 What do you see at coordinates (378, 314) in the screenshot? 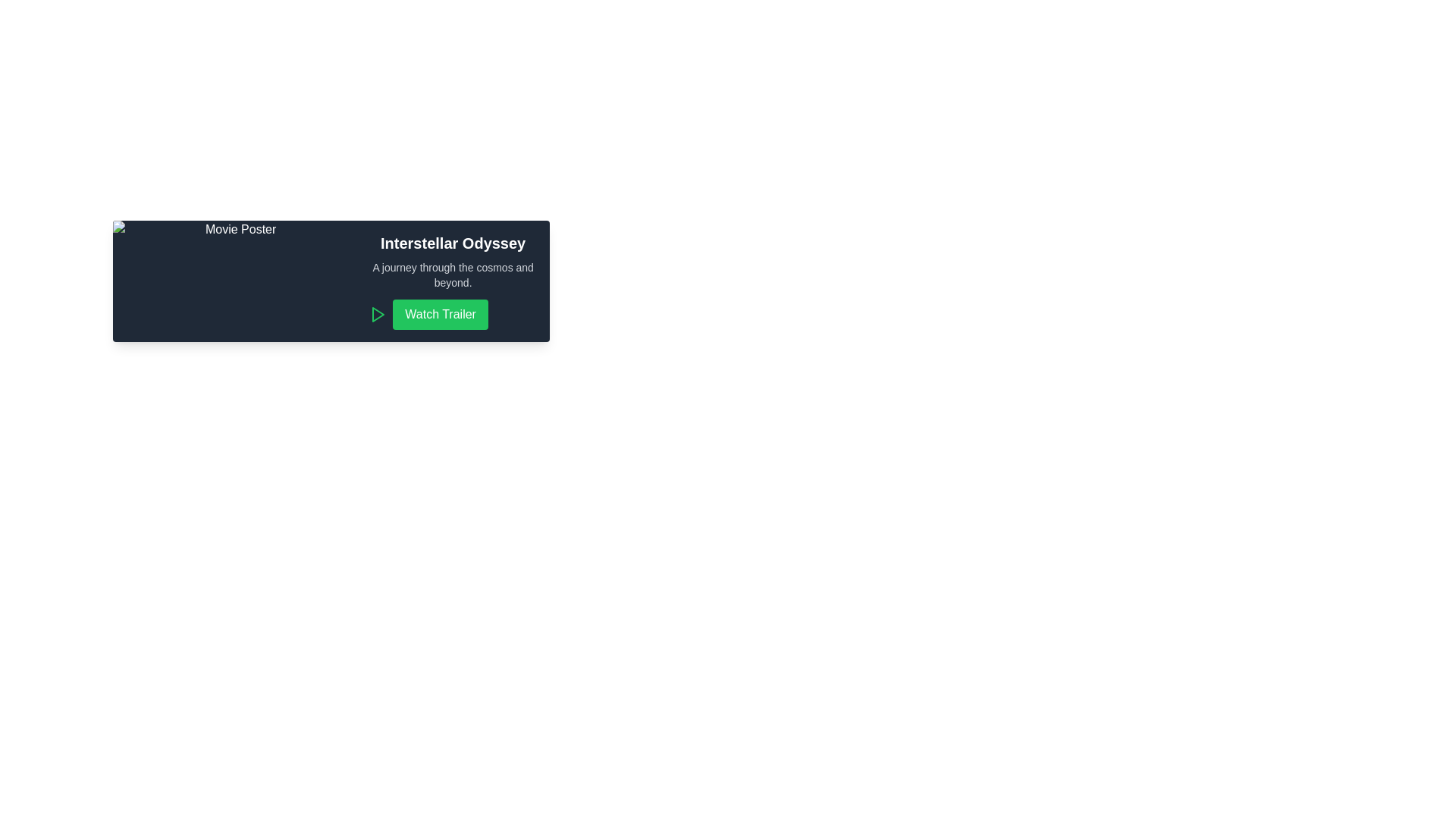
I see `the play icon located immediately to the left of the 'Watch Trailer' green button to initiate the play action` at bounding box center [378, 314].